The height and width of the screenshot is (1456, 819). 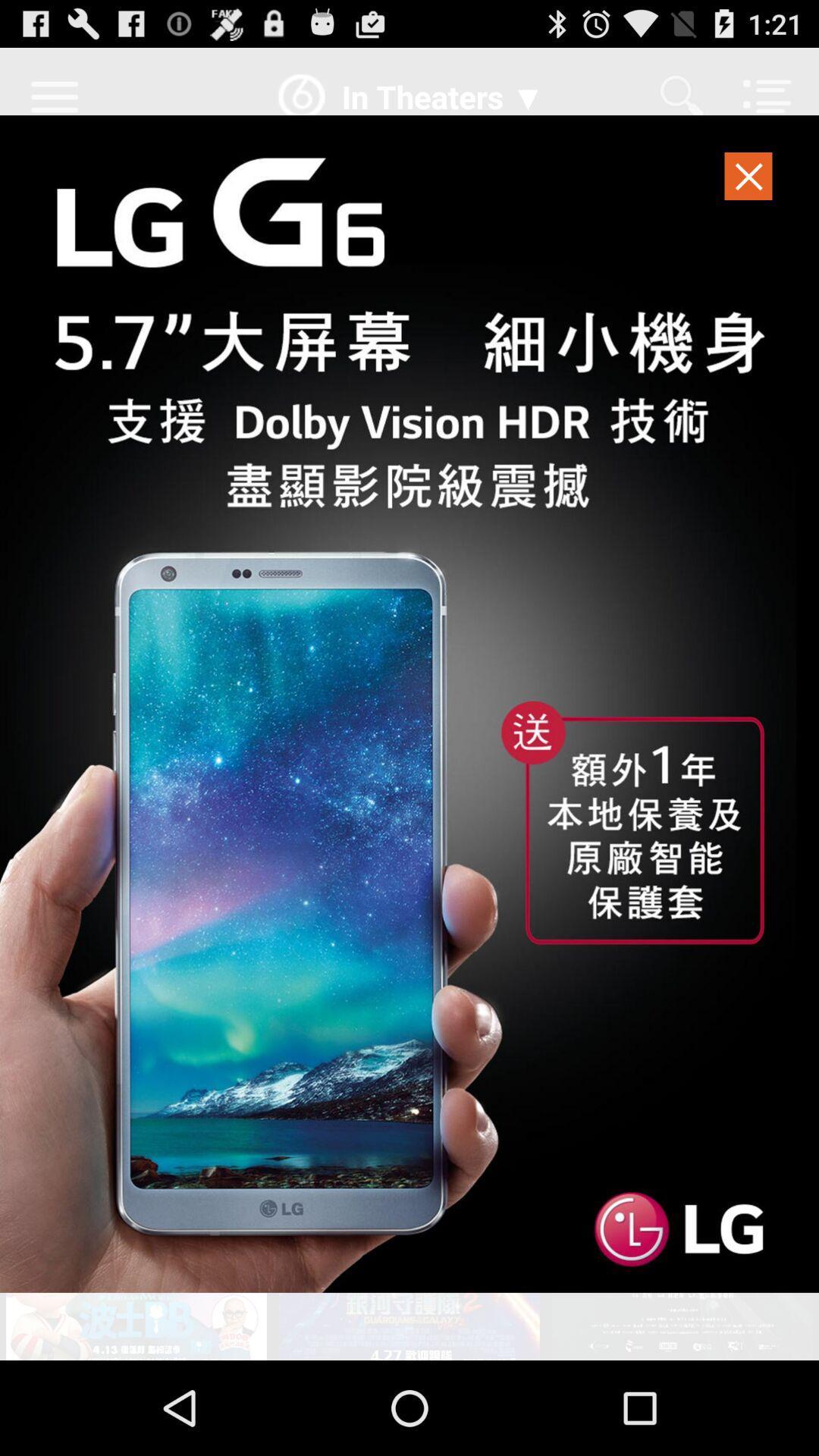 What do you see at coordinates (748, 180) in the screenshot?
I see `exit` at bounding box center [748, 180].